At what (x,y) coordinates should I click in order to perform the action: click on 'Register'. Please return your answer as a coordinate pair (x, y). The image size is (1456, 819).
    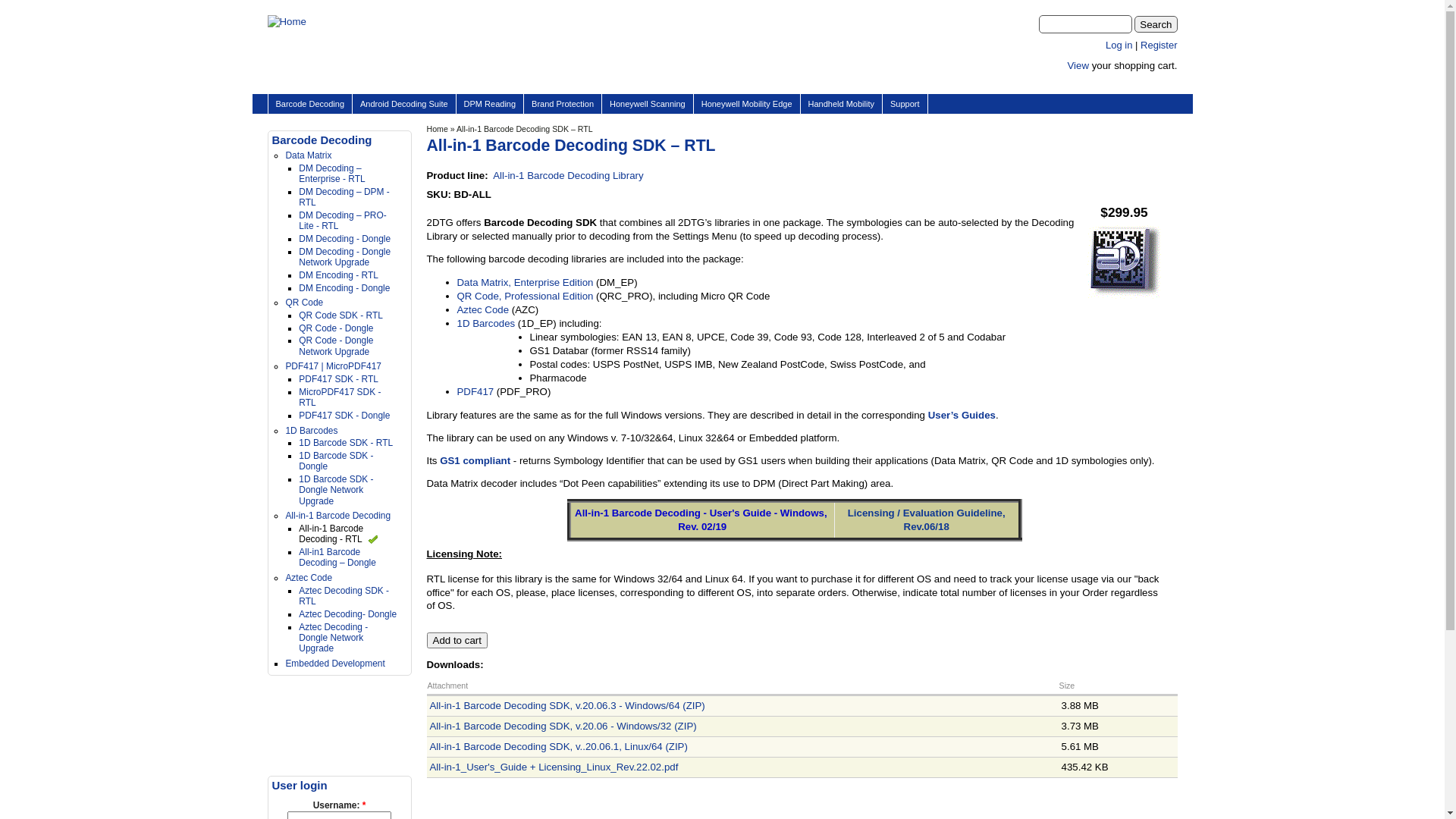
    Looking at the image, I should click on (1157, 44).